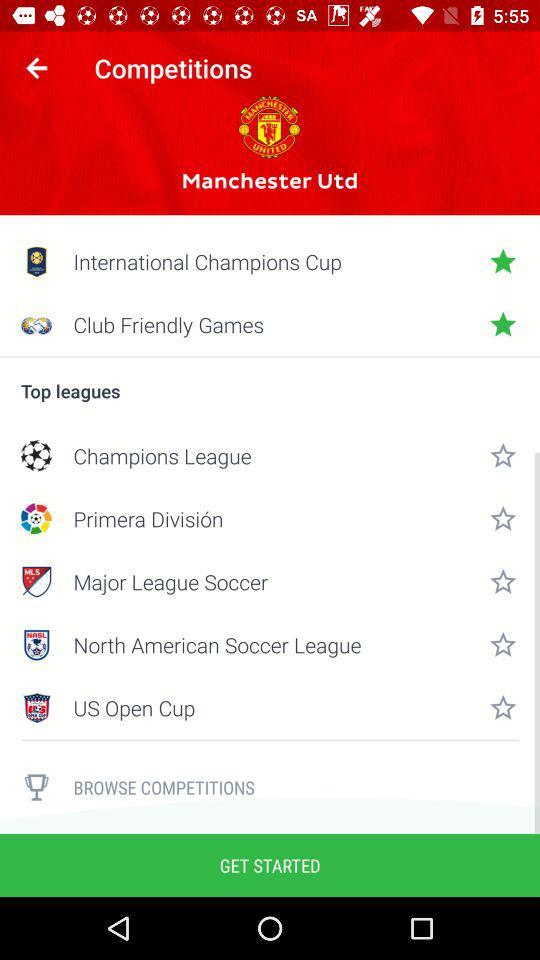  What do you see at coordinates (270, 456) in the screenshot?
I see `champions league icon` at bounding box center [270, 456].